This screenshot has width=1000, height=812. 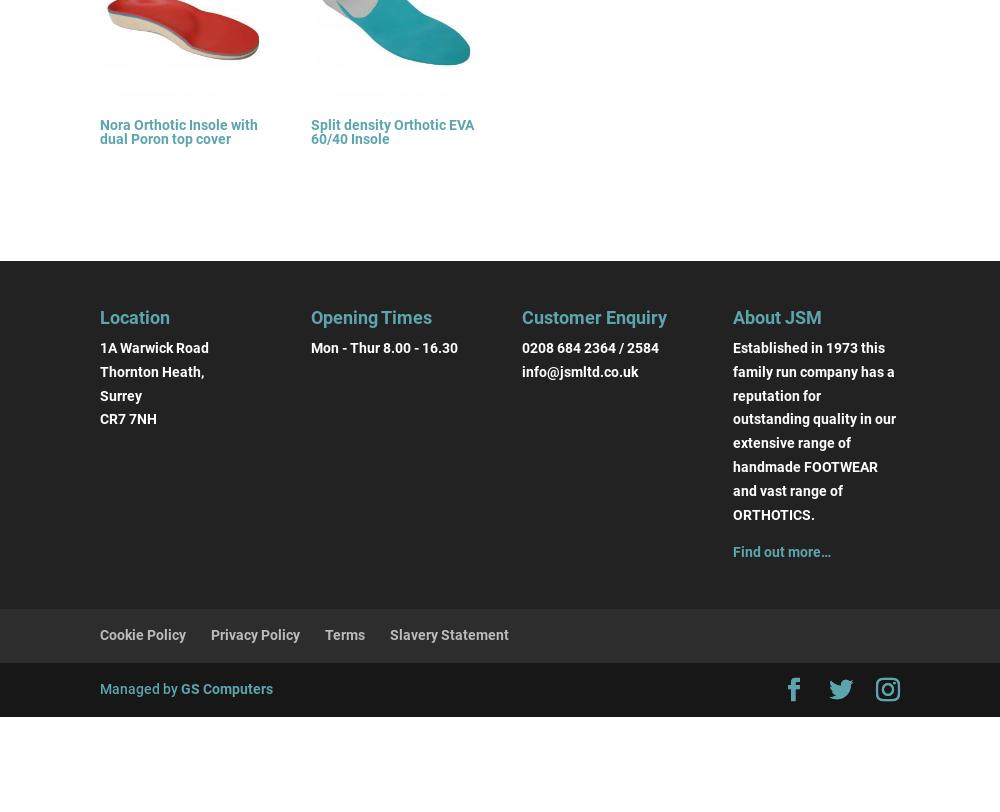 What do you see at coordinates (777, 316) in the screenshot?
I see `'About JSM'` at bounding box center [777, 316].